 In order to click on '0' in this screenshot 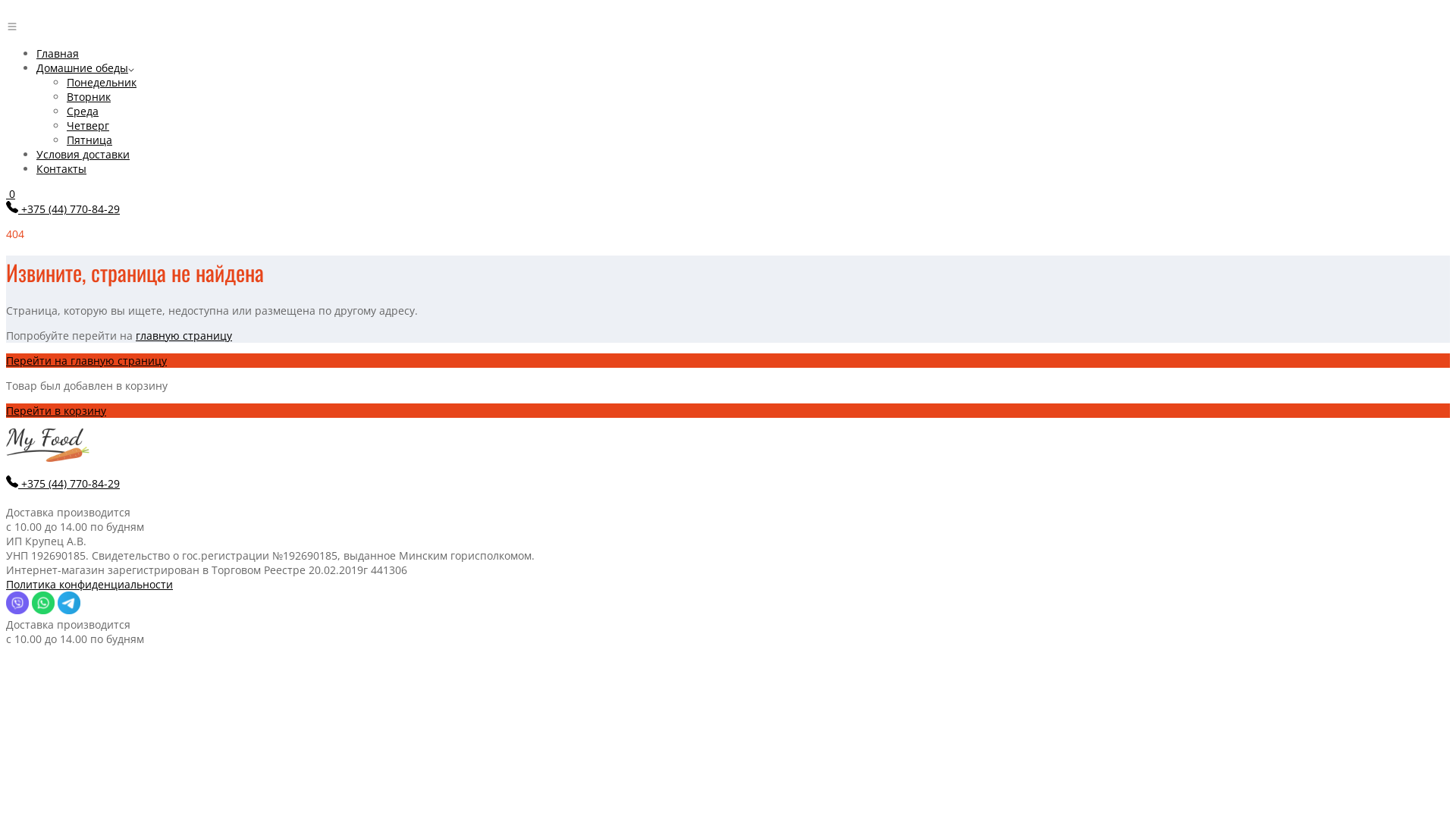, I will do `click(11, 193)`.